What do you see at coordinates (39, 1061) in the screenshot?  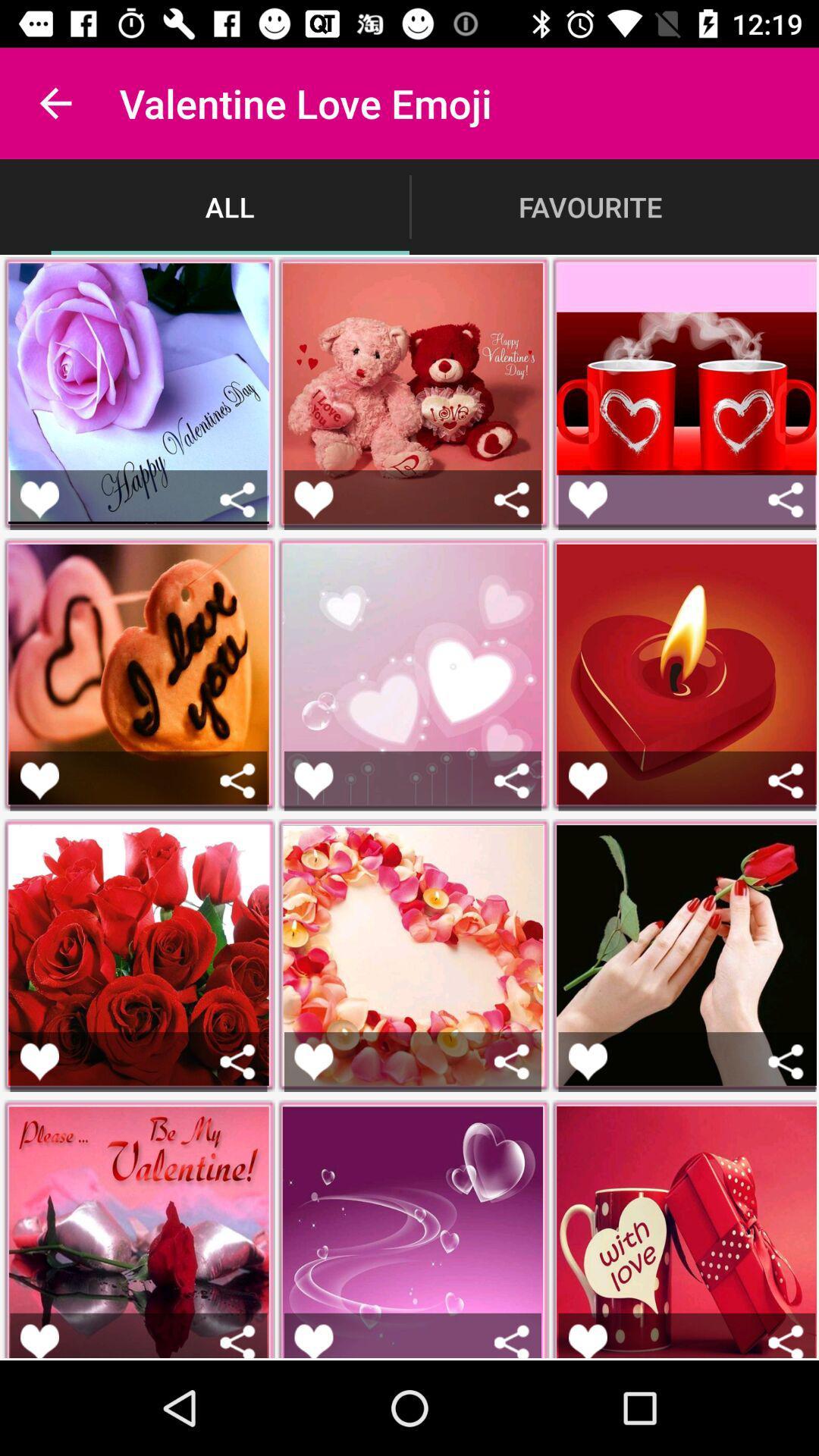 I see `the image` at bounding box center [39, 1061].